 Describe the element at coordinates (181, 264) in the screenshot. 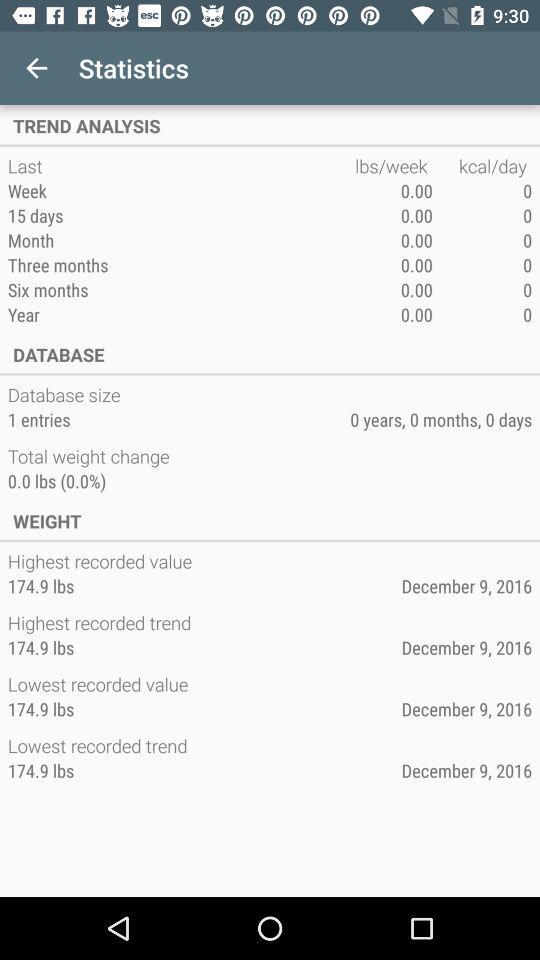

I see `the item below the month icon` at that location.